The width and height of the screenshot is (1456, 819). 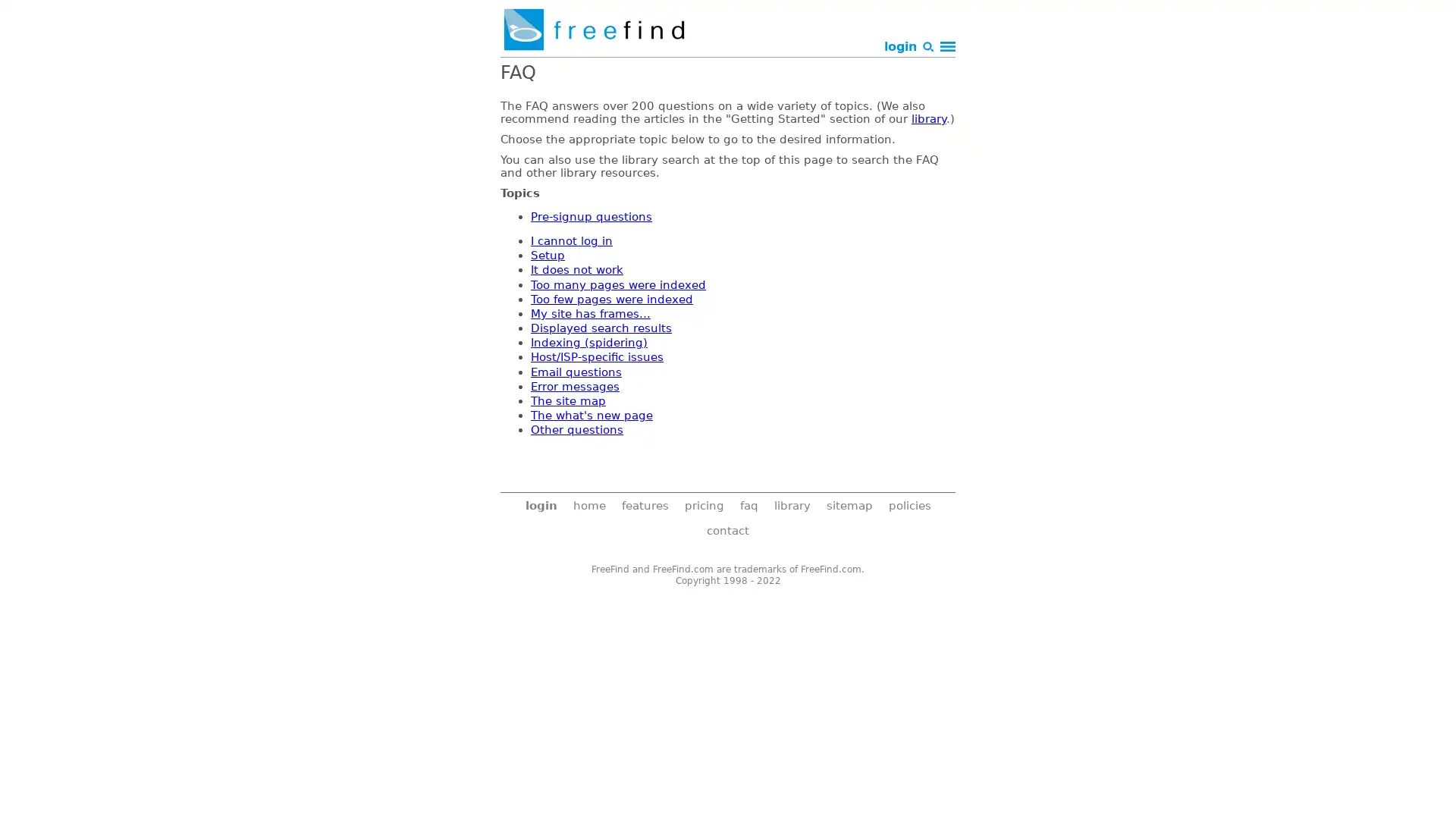 I want to click on Search, so click(x=821, y=74).